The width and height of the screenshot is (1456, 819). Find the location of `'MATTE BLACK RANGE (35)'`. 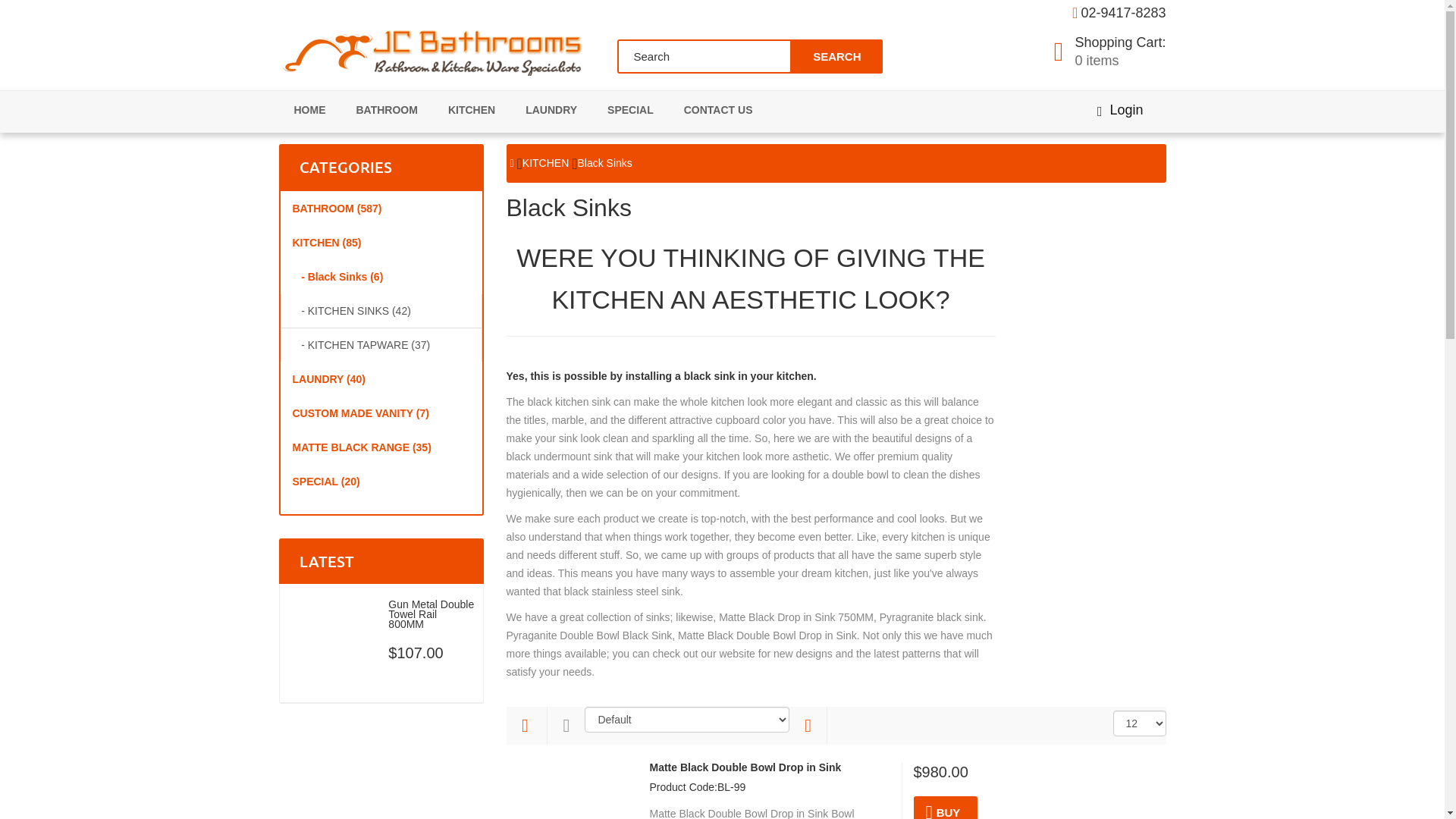

'MATTE BLACK RANGE (35)' is located at coordinates (381, 447).